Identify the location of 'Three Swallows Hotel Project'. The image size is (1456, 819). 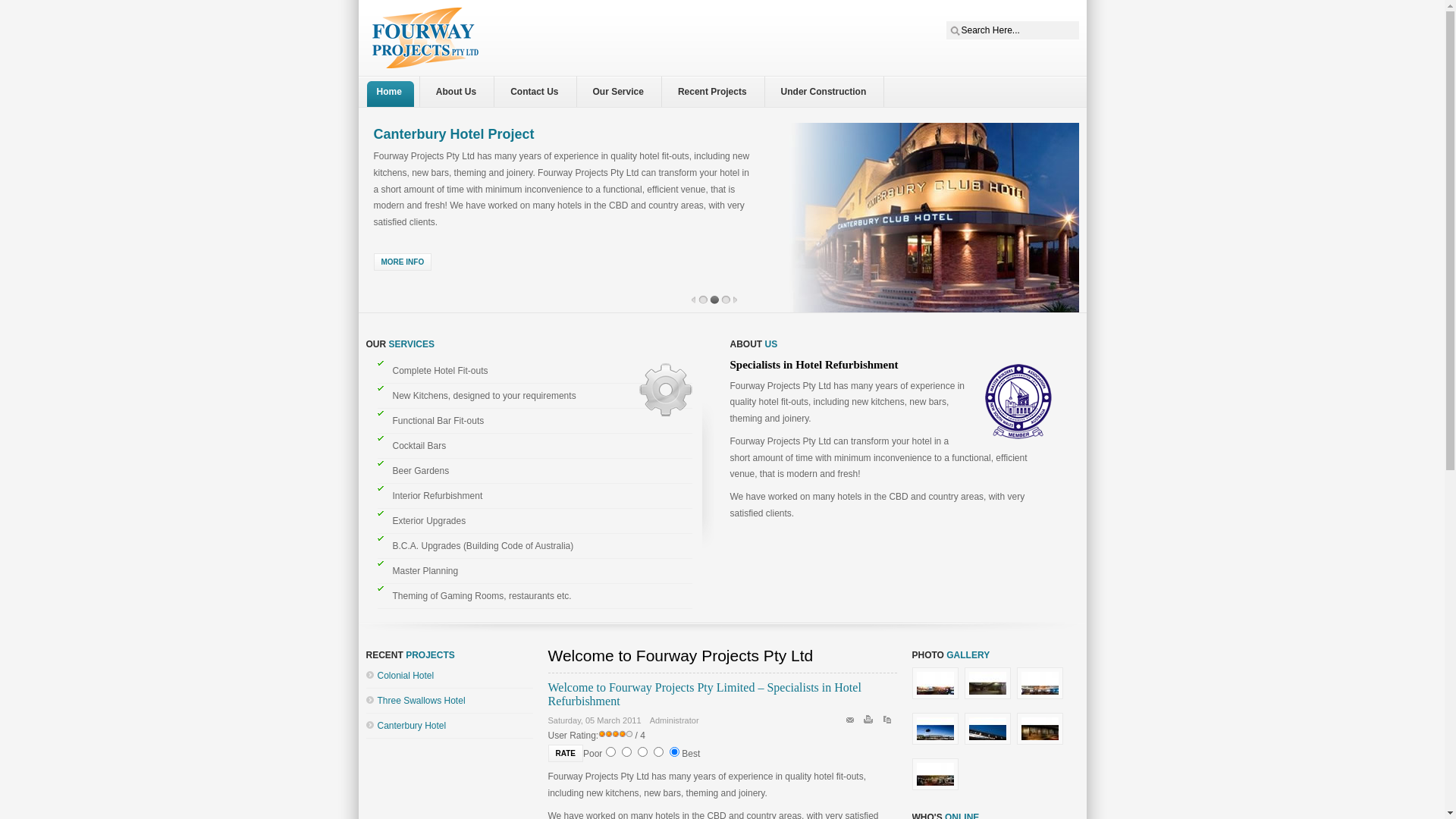
(467, 133).